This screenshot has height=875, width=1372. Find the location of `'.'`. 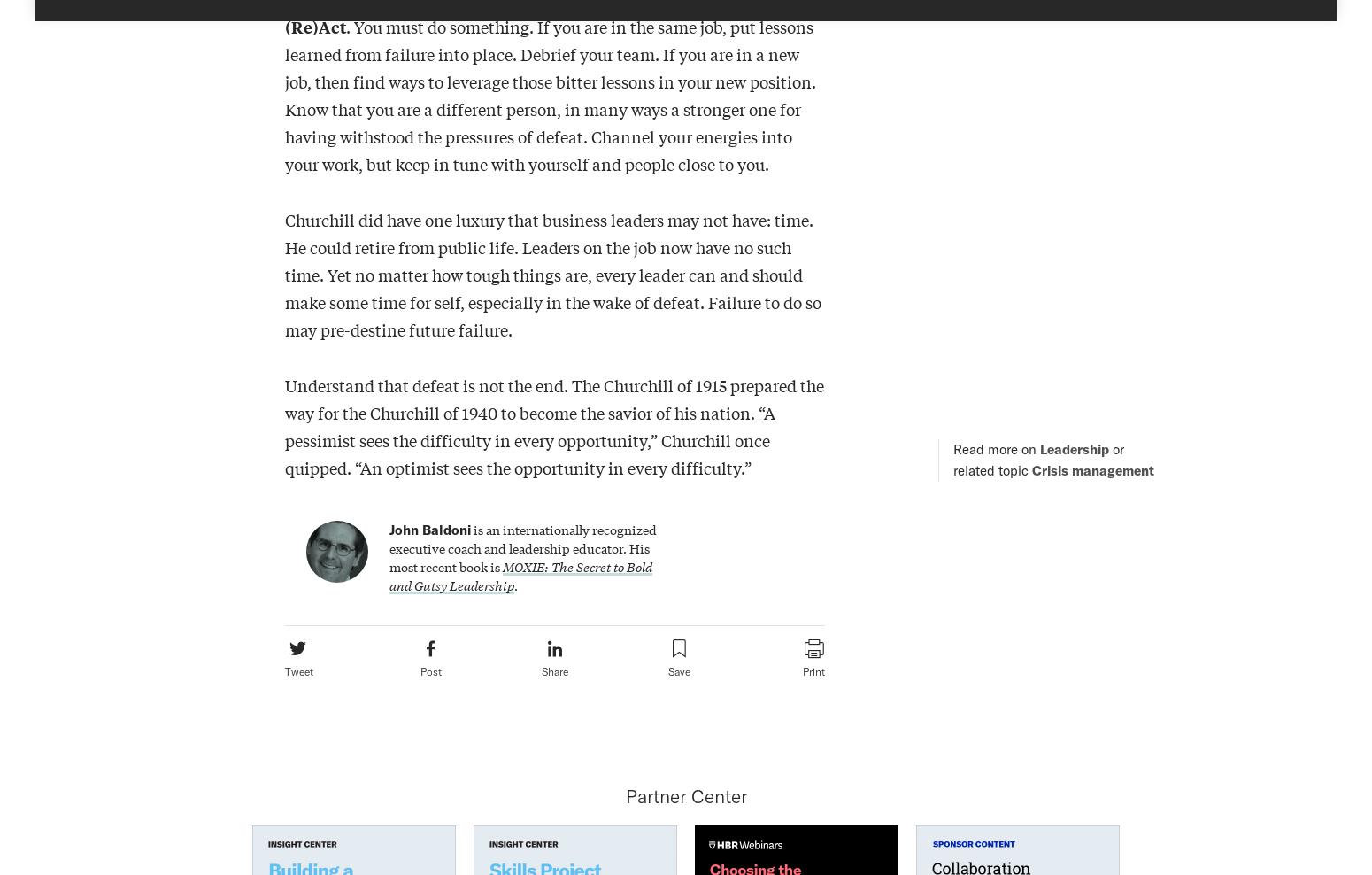

'.' is located at coordinates (515, 584).